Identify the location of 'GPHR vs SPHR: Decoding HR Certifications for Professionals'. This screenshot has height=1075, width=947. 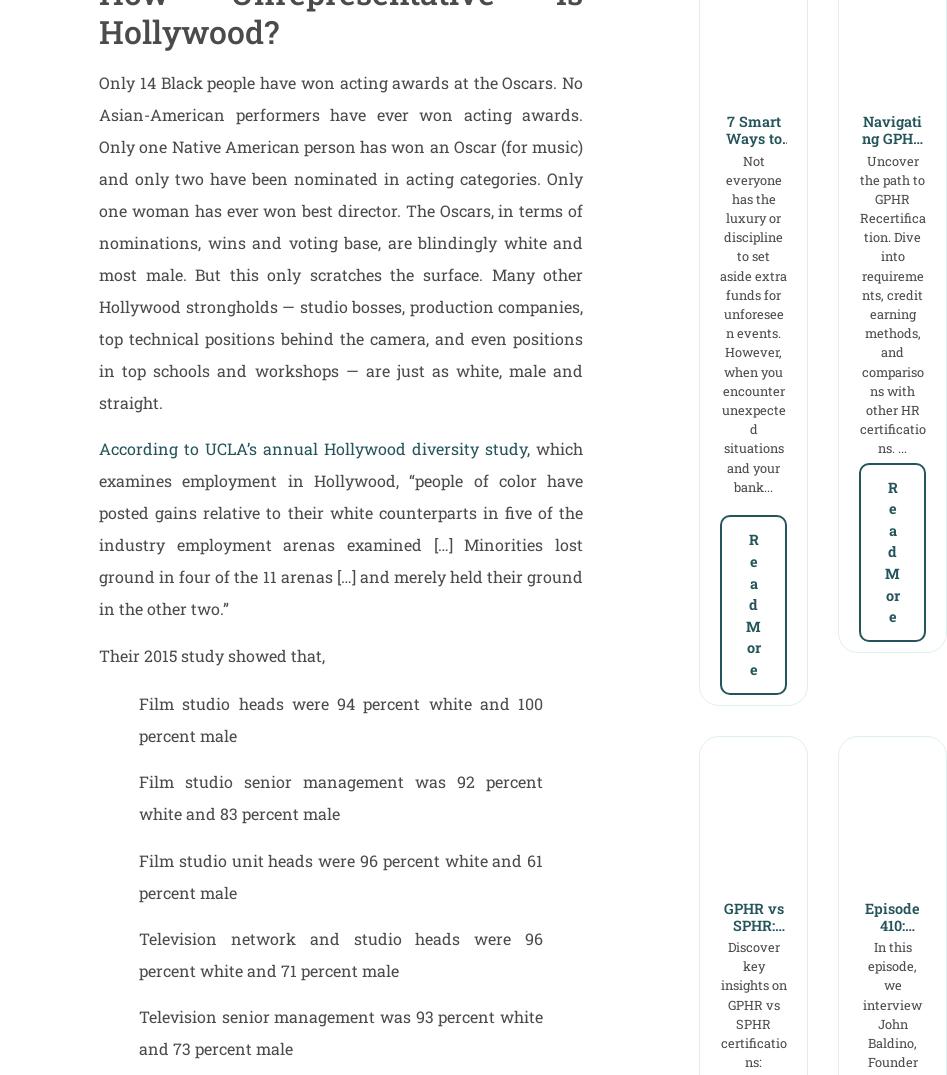
(752, 968).